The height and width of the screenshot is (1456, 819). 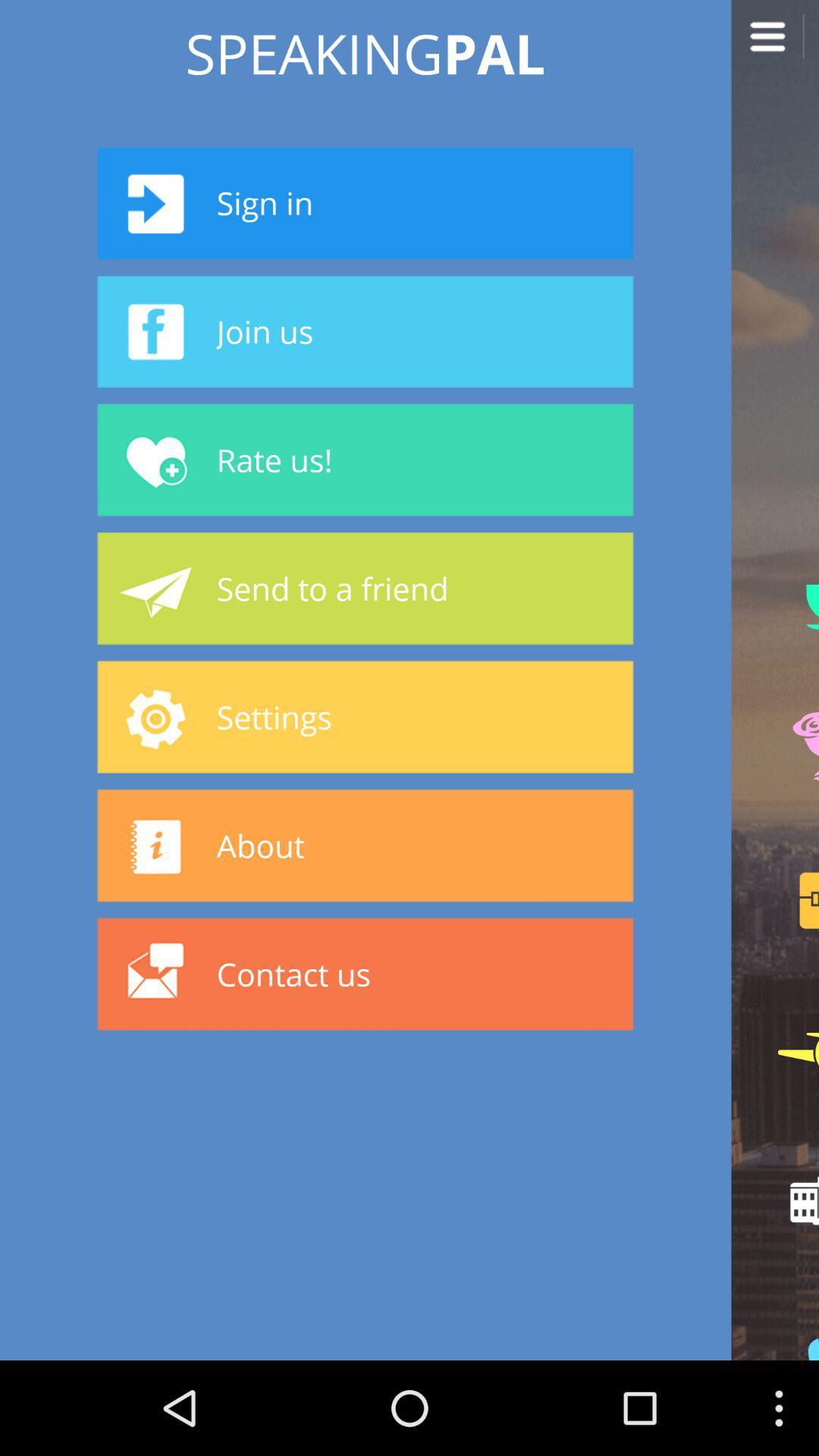 What do you see at coordinates (775, 43) in the screenshot?
I see `meanu option` at bounding box center [775, 43].